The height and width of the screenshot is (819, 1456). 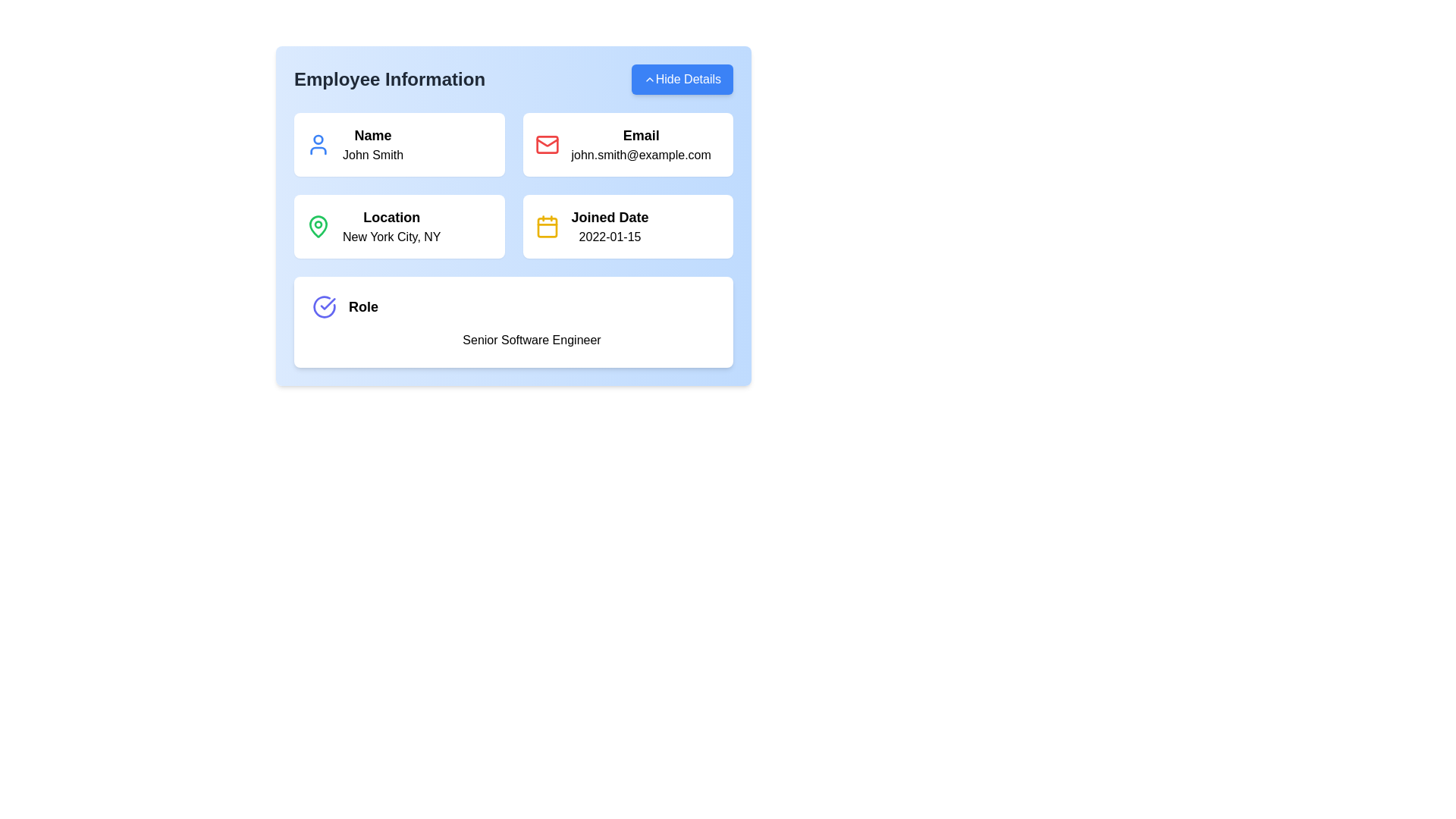 I want to click on the text display element that provides geographic location information about the associated individual, located in the second row, first column of the grid layout, below the 'Name' section, so click(x=391, y=227).